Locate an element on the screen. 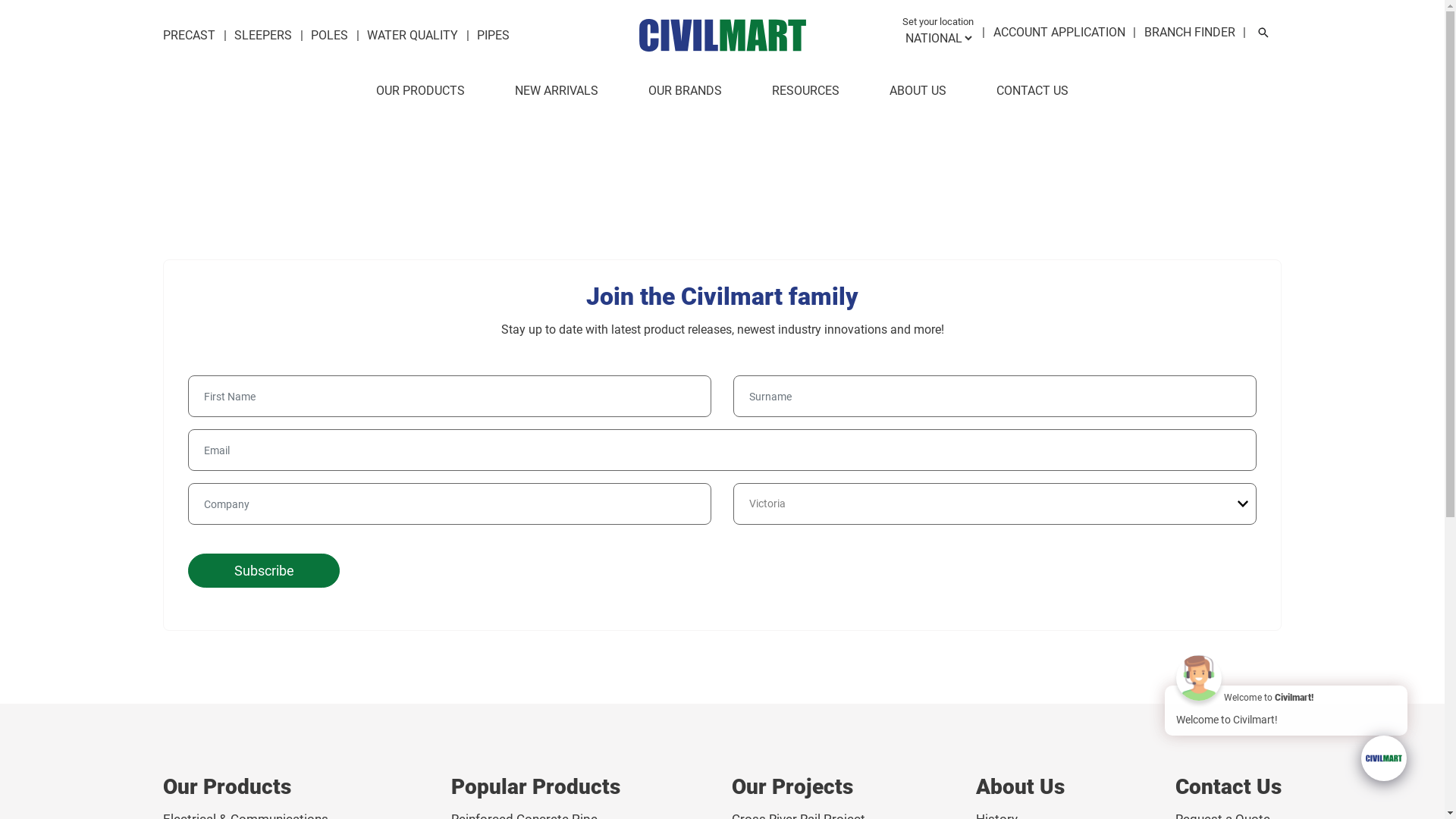  'NEW ARRIVALS' is located at coordinates (556, 92).